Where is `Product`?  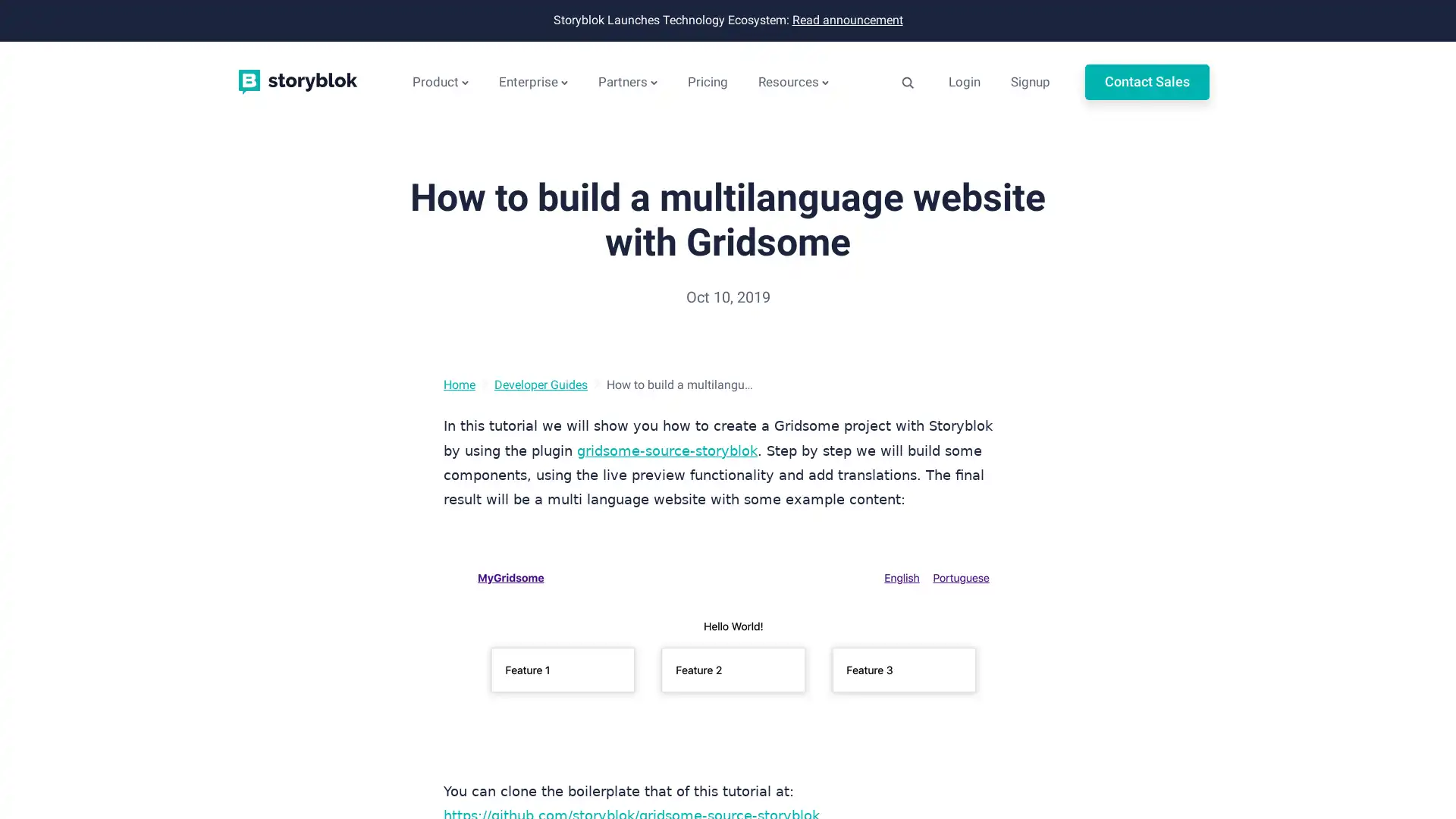 Product is located at coordinates (439, 82).